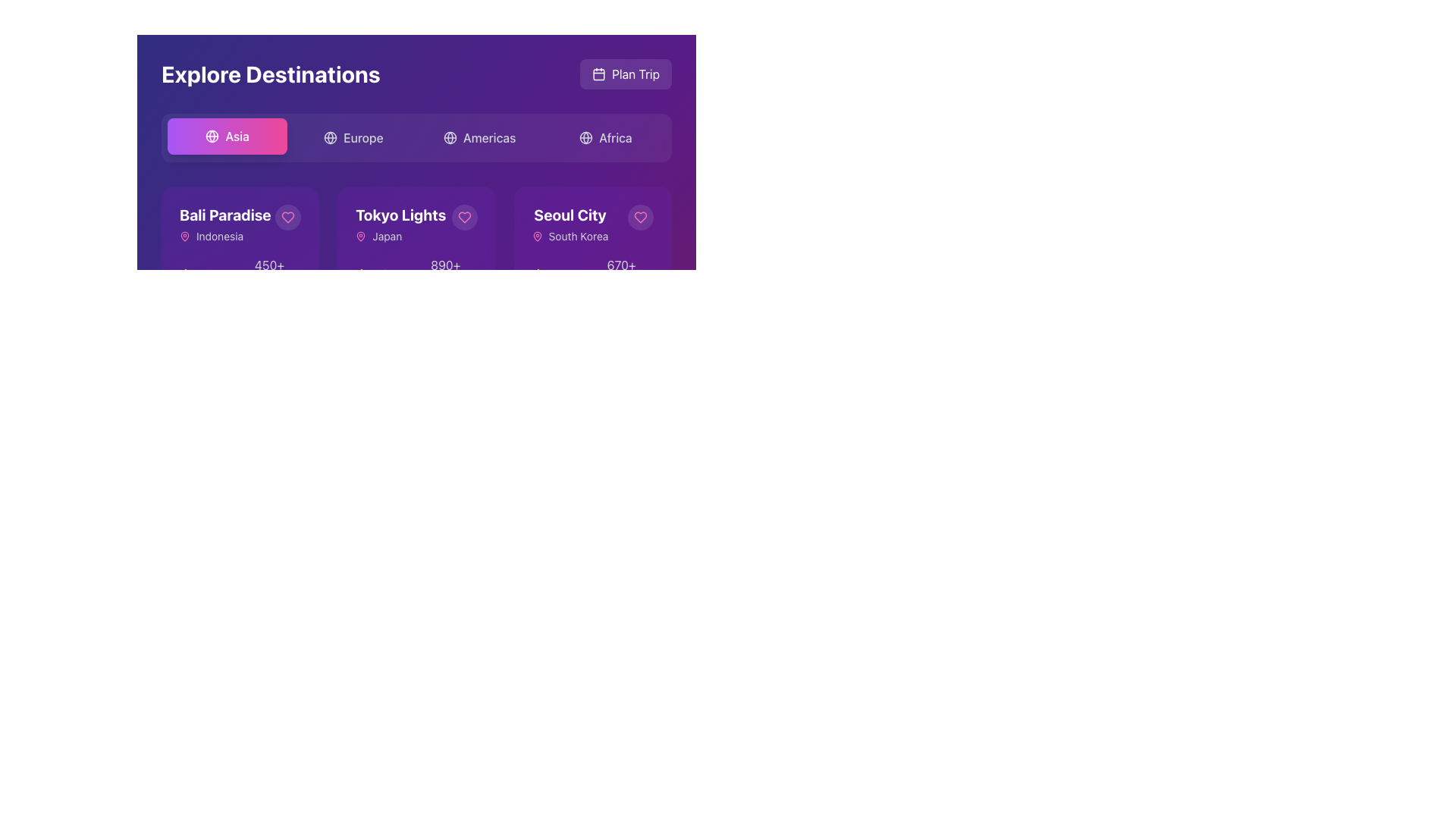  What do you see at coordinates (585, 137) in the screenshot?
I see `the circular portion of the globe icon associated with the 'Africa' region selection button located in the top navigation bar` at bounding box center [585, 137].